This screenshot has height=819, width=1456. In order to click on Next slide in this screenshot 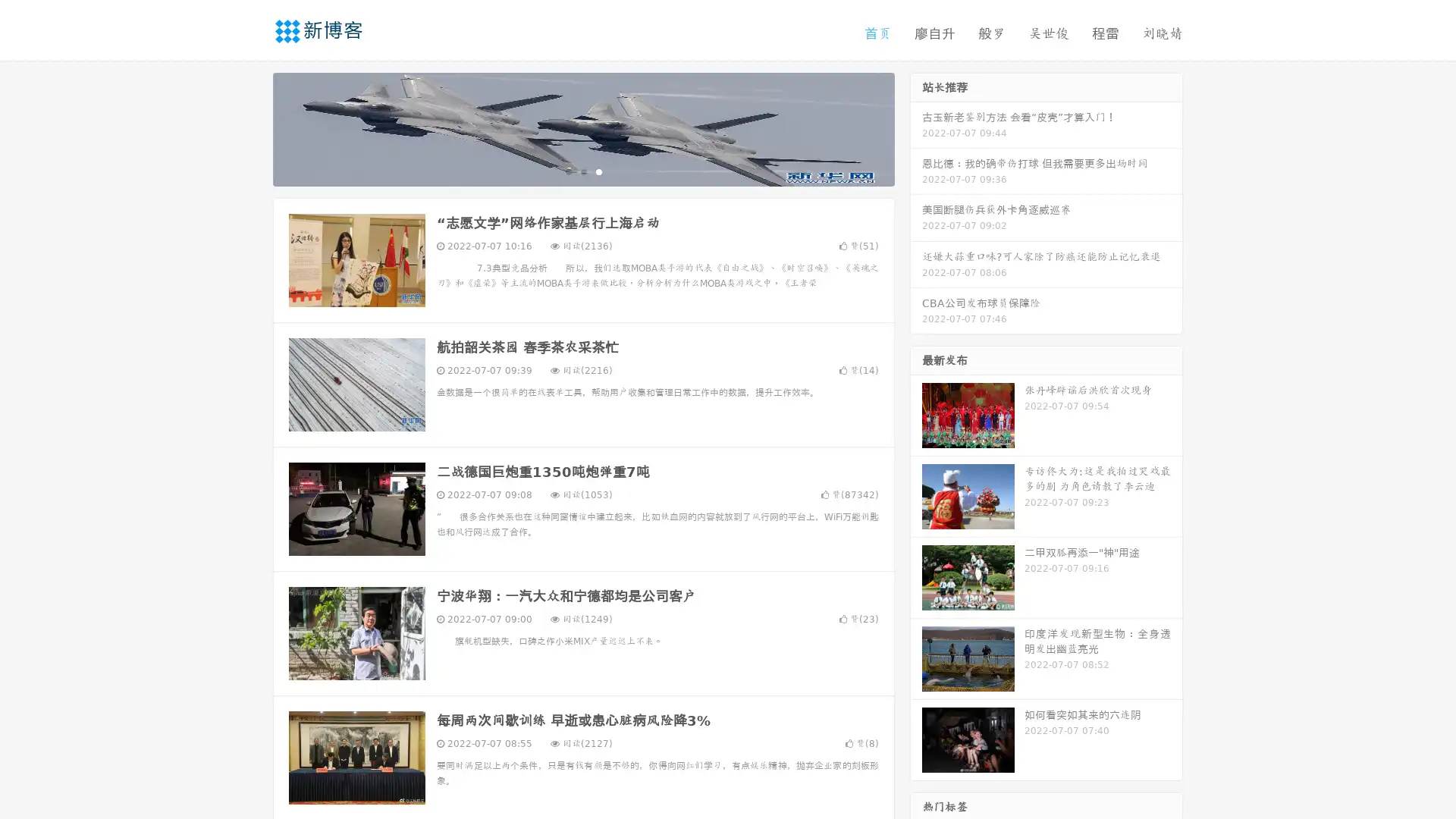, I will do `click(916, 127)`.